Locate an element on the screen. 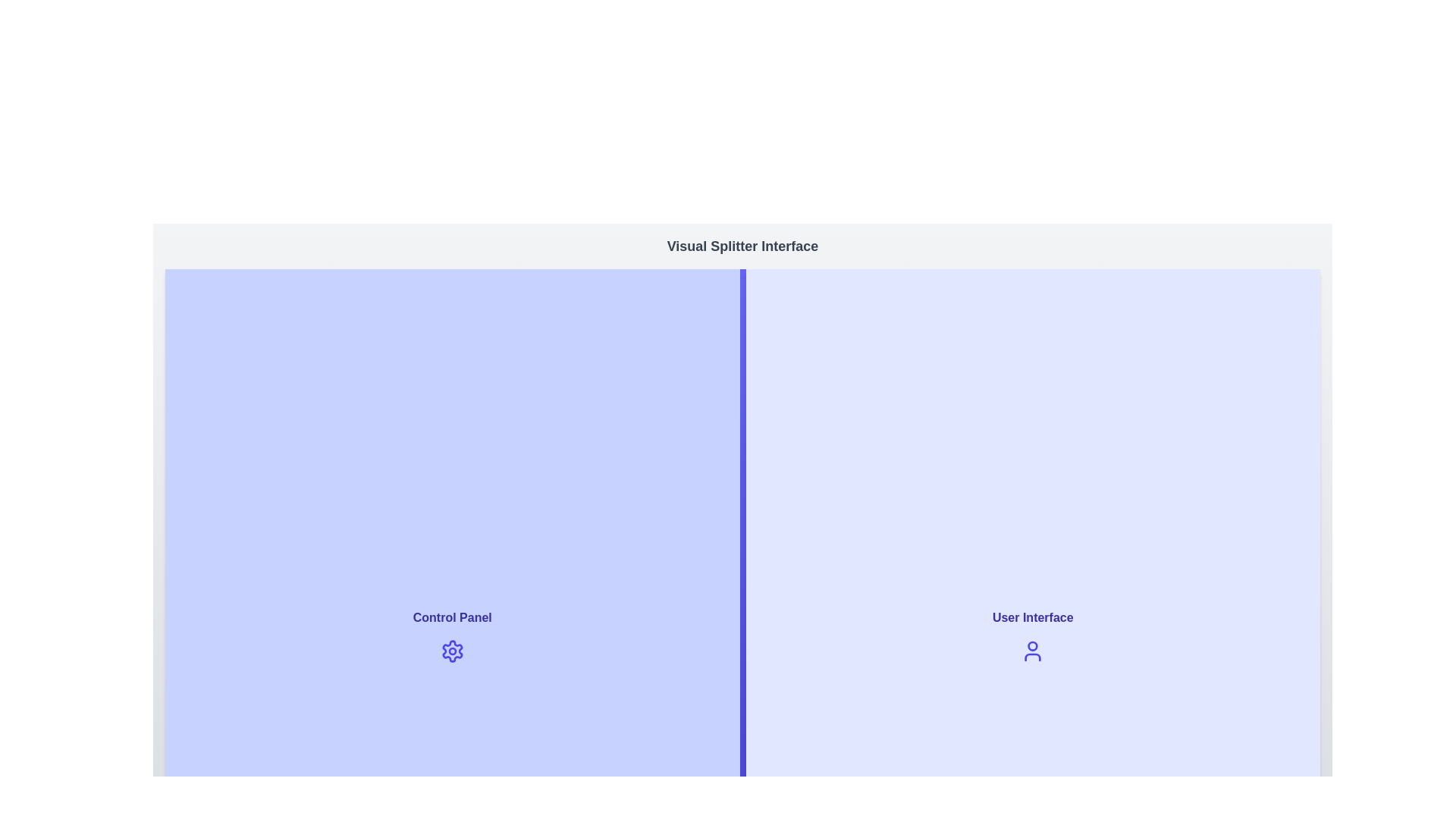 This screenshot has width=1456, height=819. the gear/settings icon located in the Control Panel section is located at coordinates (451, 651).